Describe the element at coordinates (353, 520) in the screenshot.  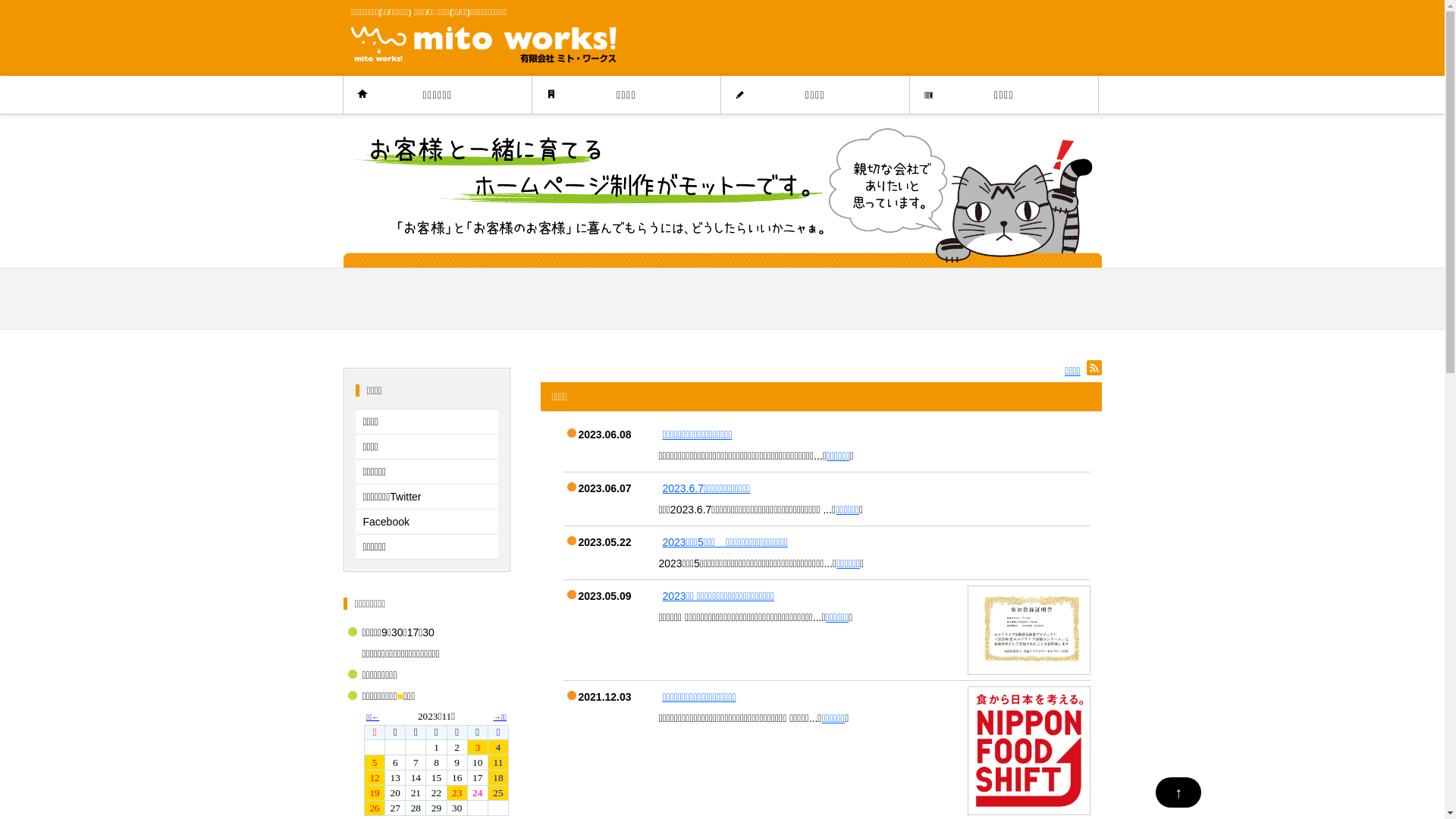
I see `'Facebook'` at that location.